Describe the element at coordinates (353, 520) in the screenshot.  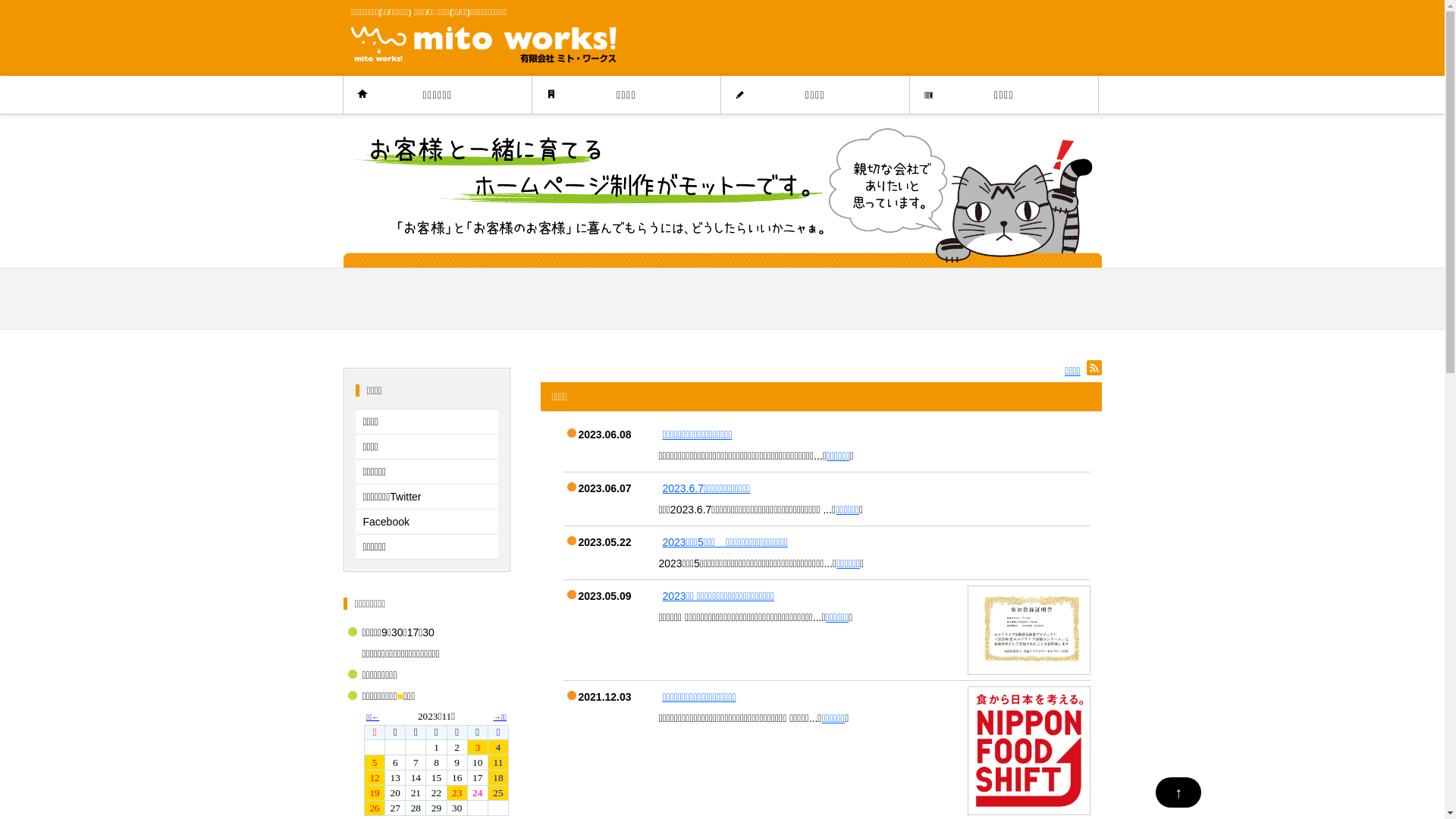
I see `'Facebook'` at that location.